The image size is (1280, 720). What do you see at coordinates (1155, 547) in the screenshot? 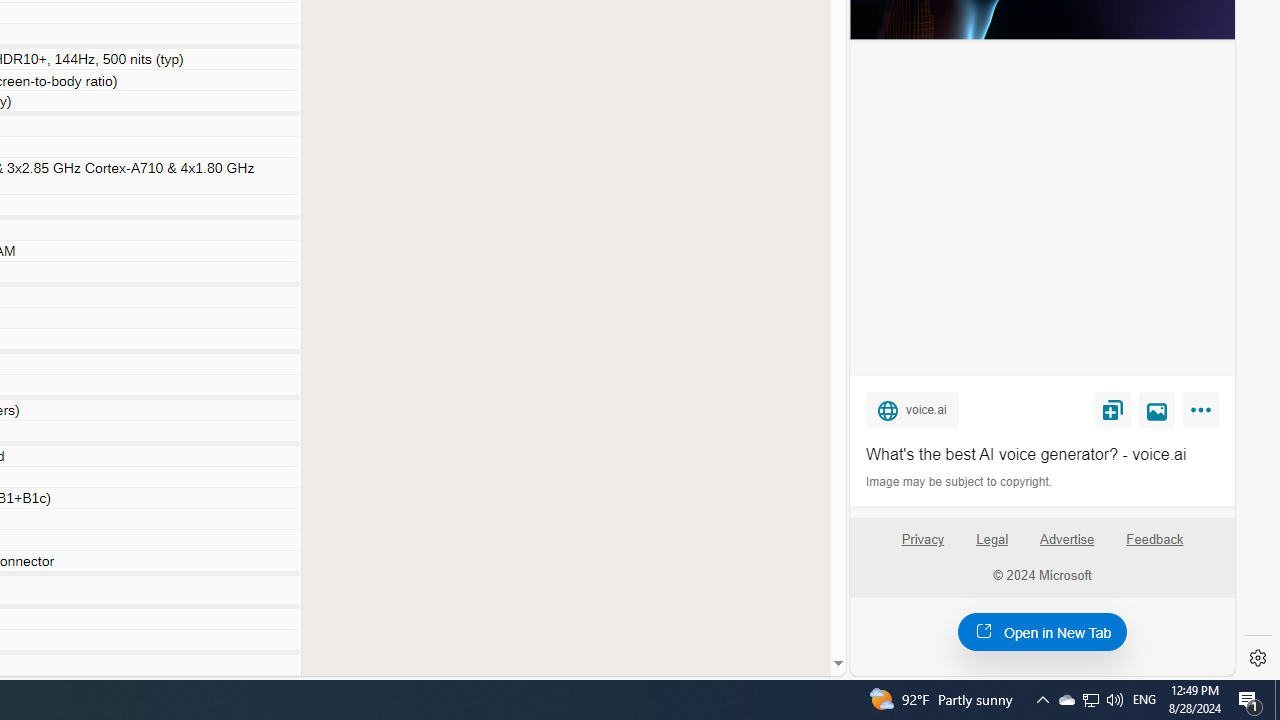
I see `'Feedback'` at bounding box center [1155, 547].